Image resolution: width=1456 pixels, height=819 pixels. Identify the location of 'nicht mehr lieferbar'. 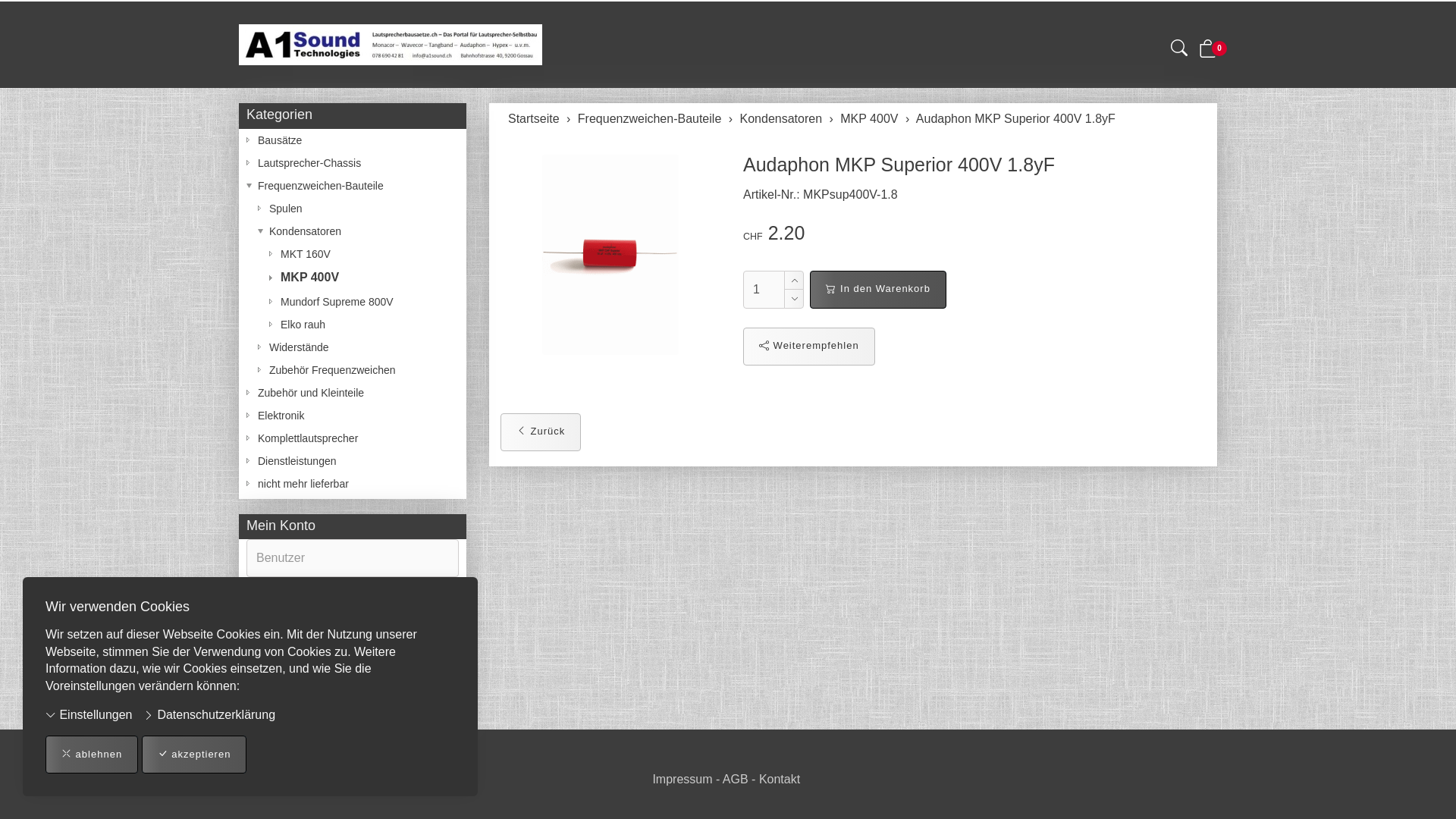
(352, 483).